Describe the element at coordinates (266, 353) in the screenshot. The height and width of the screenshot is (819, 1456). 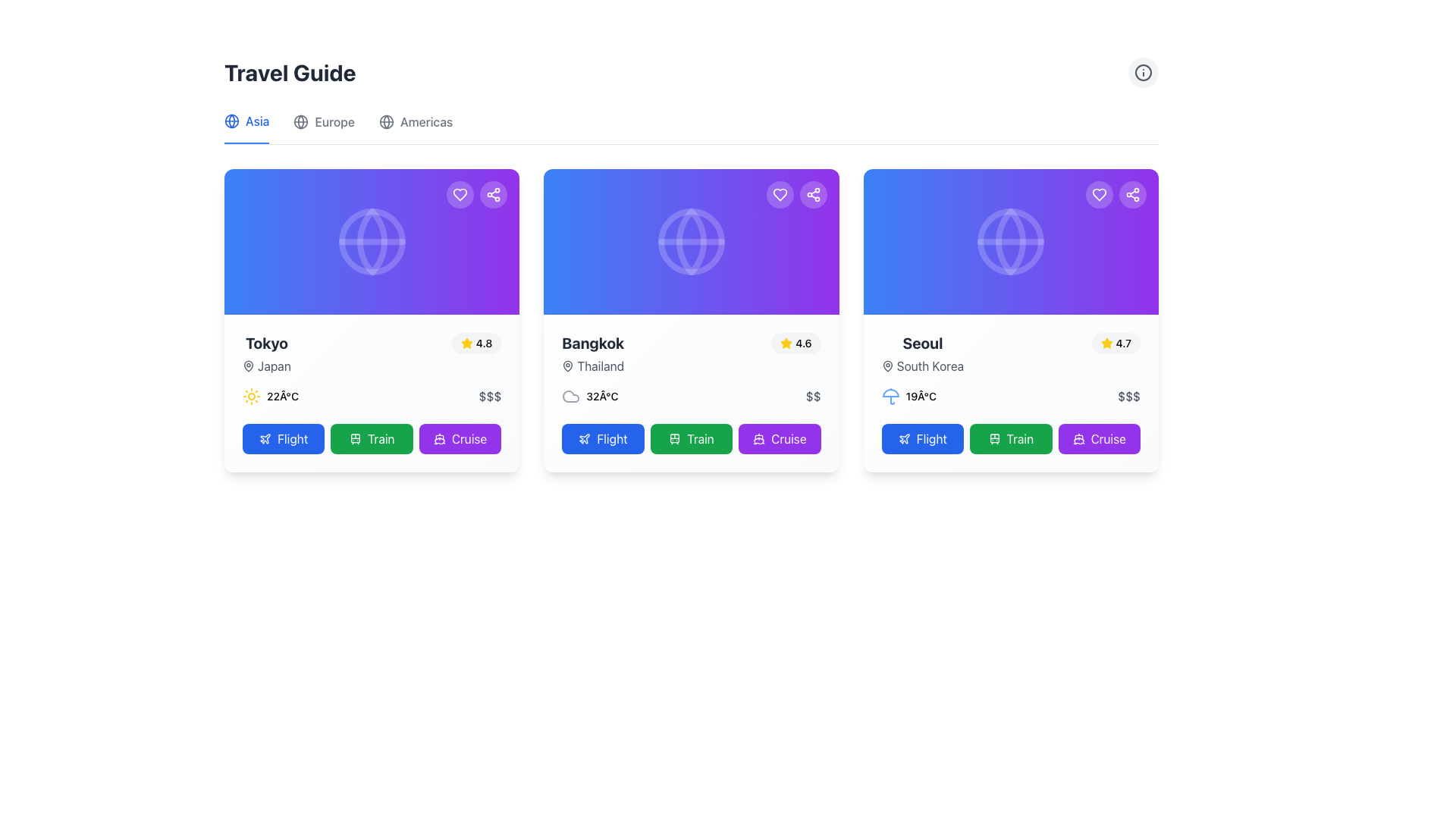
I see `the text label that provides the name of the destination 'Tokyo, Japan', located in the top-left corner of the leftmost card in the list of travel destinations` at that location.